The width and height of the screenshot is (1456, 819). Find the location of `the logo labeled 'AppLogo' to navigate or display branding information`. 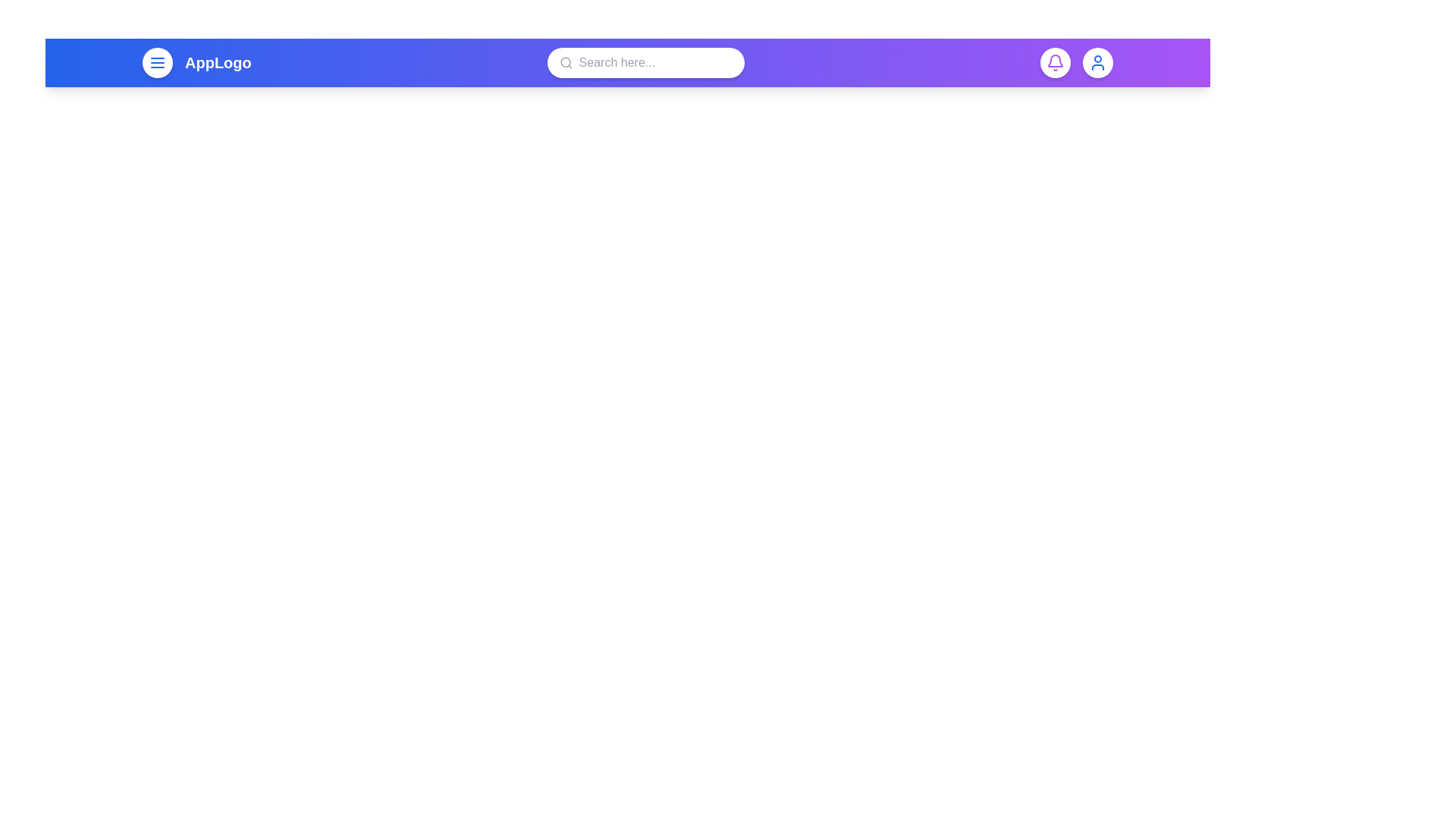

the logo labeled 'AppLogo' to navigate or display branding information is located at coordinates (217, 62).